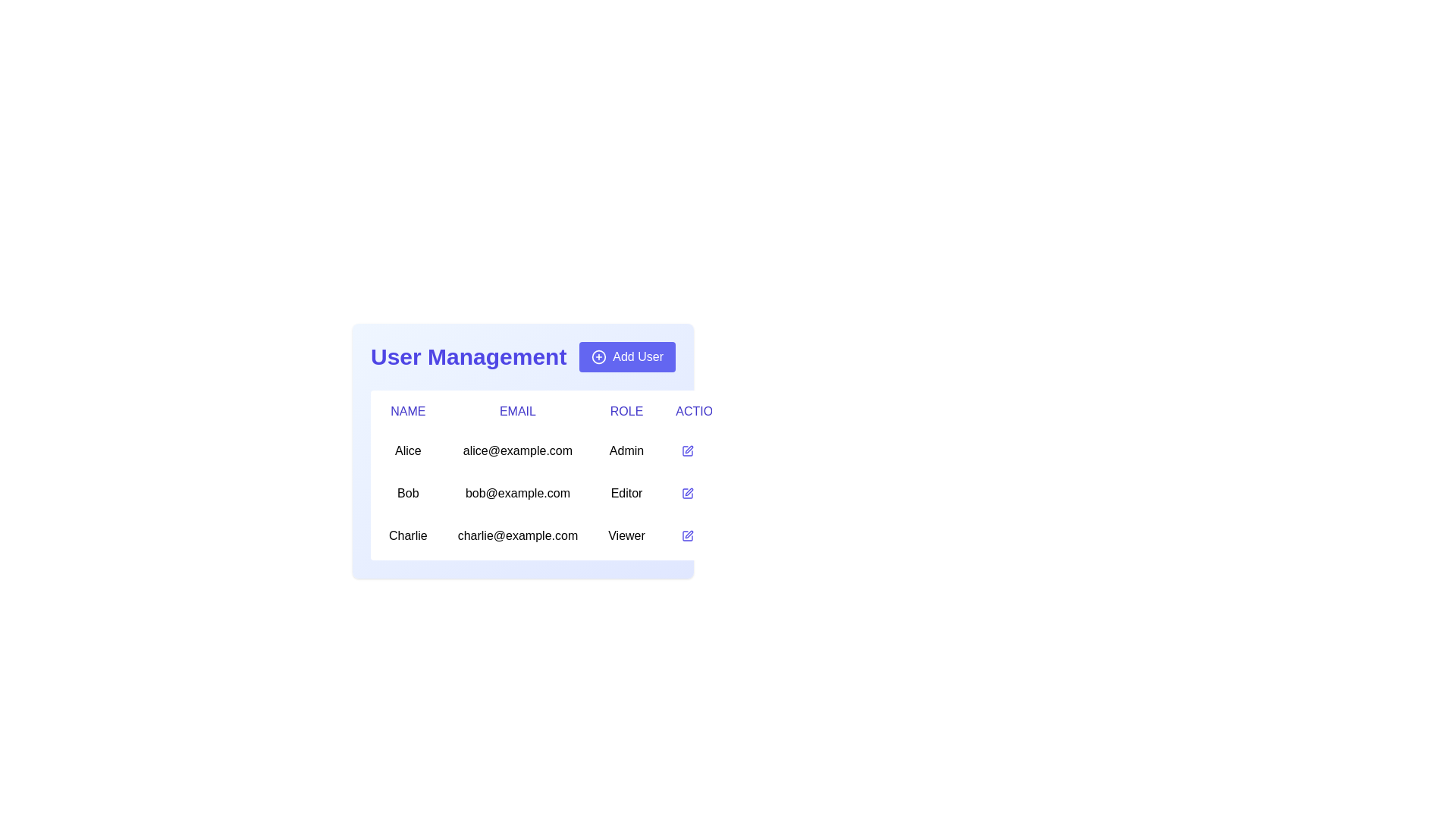 The width and height of the screenshot is (1456, 819). I want to click on the email address displayed in the non-interactive text field showing 'alice@example.com' in the 'EMAIL' column of the user management table, so click(517, 450).